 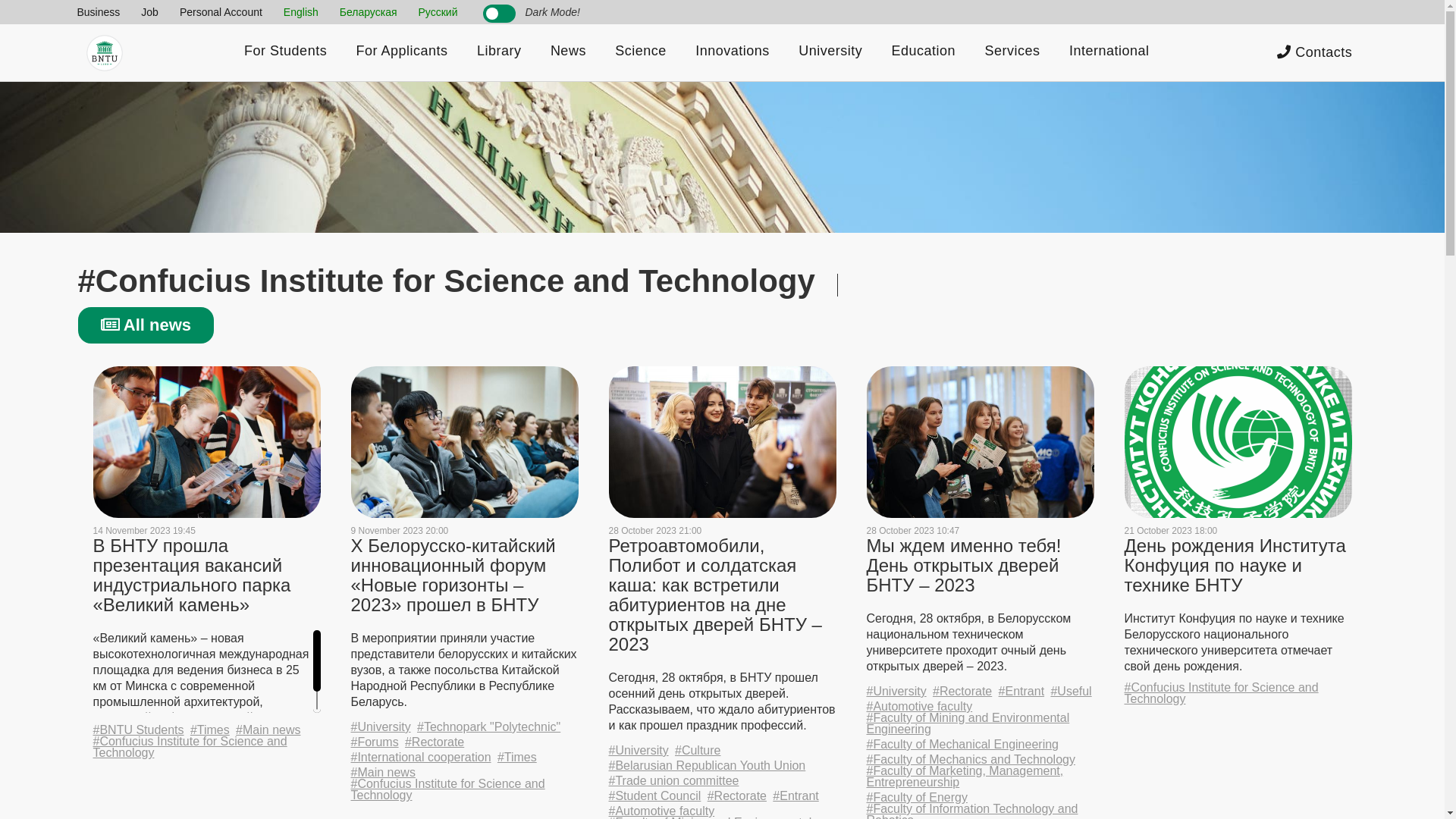 What do you see at coordinates (866, 743) in the screenshot?
I see `'#Faculty of Mechanical Engineering'` at bounding box center [866, 743].